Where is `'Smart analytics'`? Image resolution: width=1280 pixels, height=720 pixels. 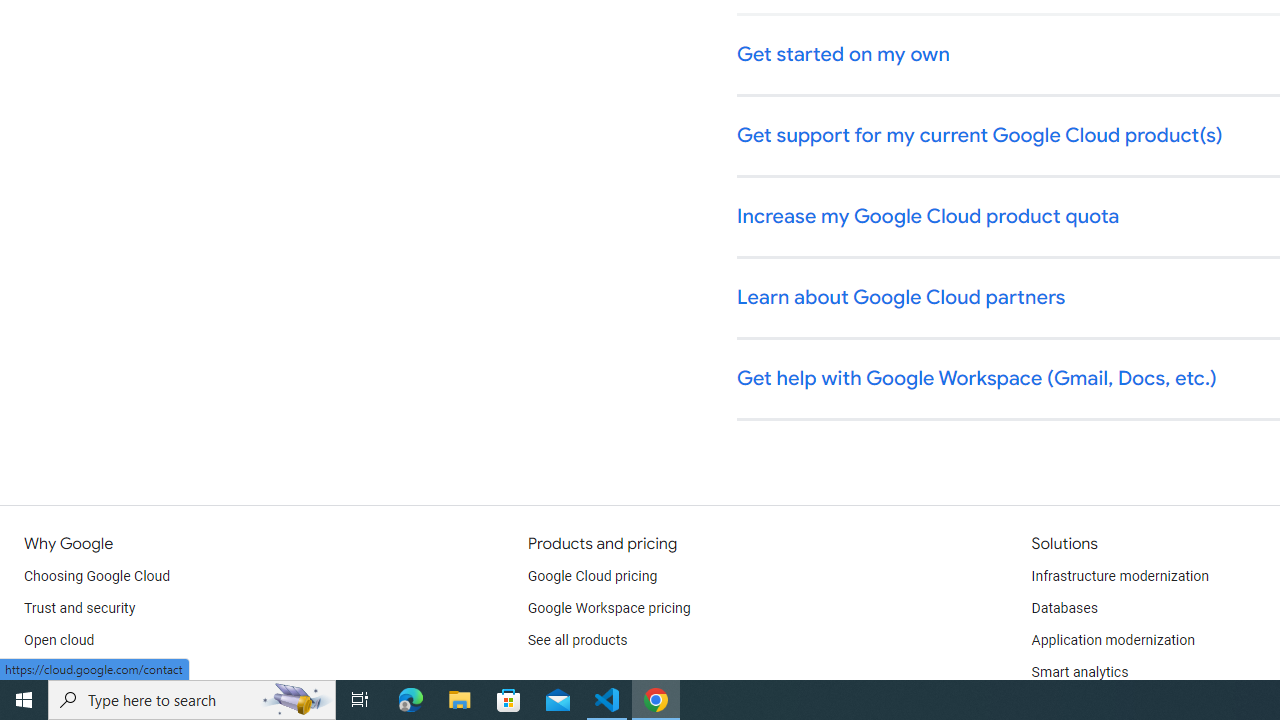
'Smart analytics' is located at coordinates (1078, 672).